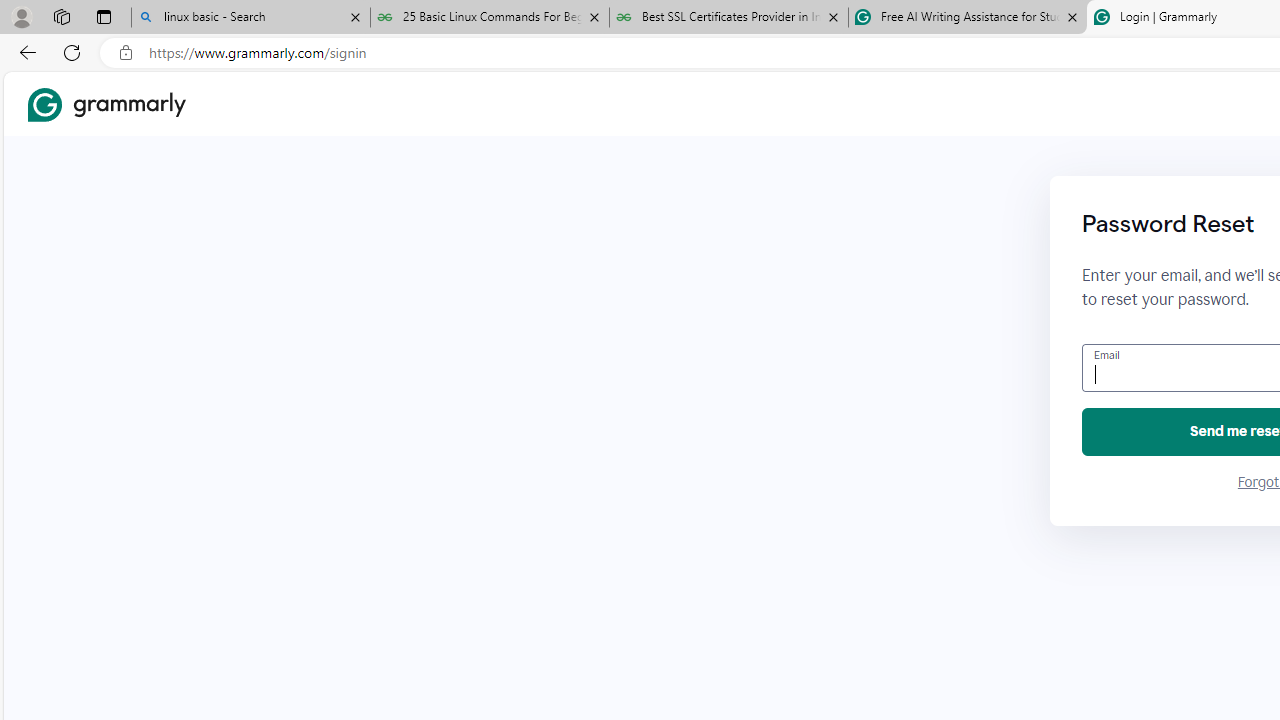 This screenshot has width=1280, height=720. I want to click on 'Best SSL Certificates Provider in India - GeeksforGeeks', so click(728, 17).